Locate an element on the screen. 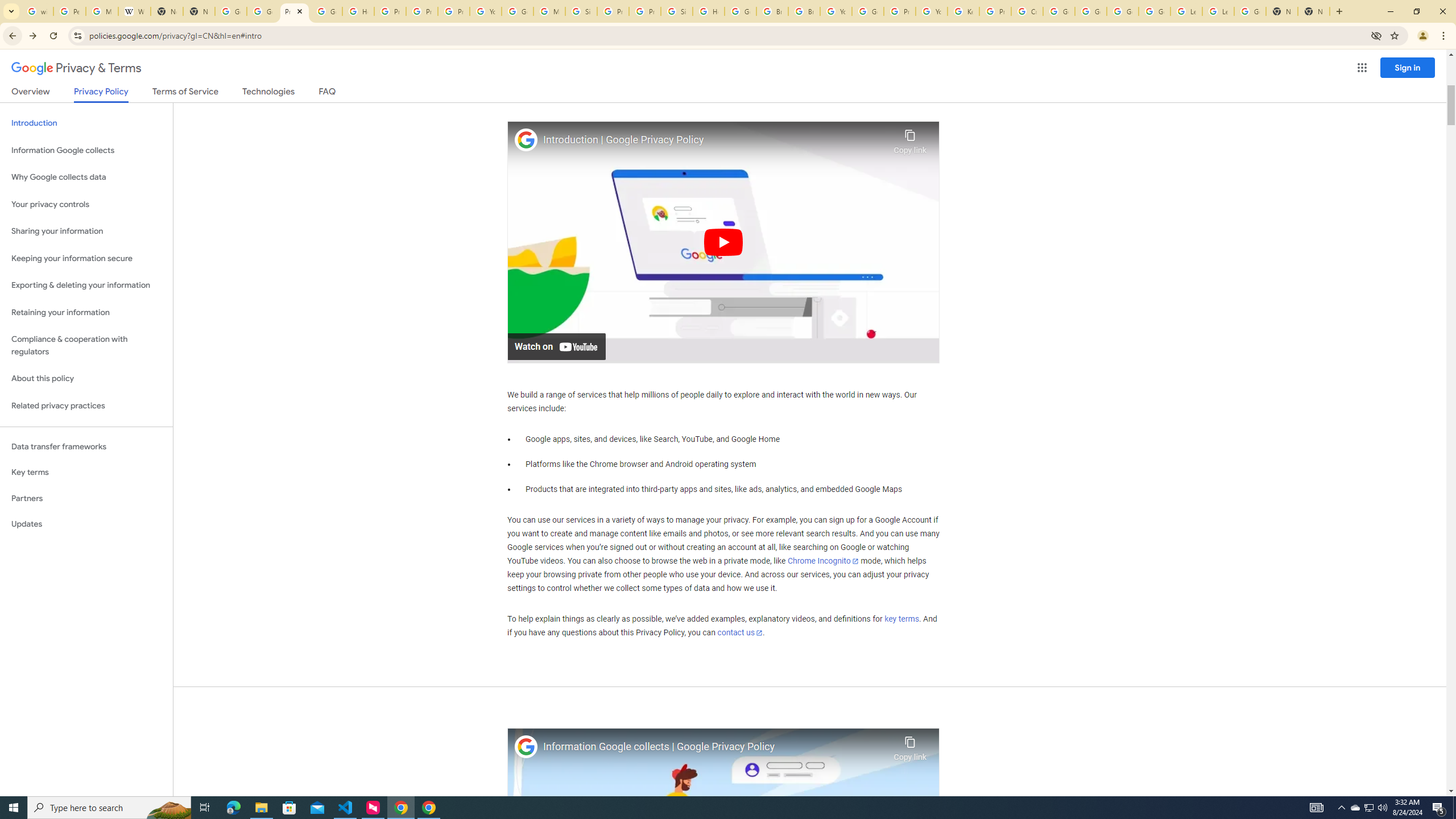 This screenshot has width=1456, height=819. 'Partners' is located at coordinates (86, 498).